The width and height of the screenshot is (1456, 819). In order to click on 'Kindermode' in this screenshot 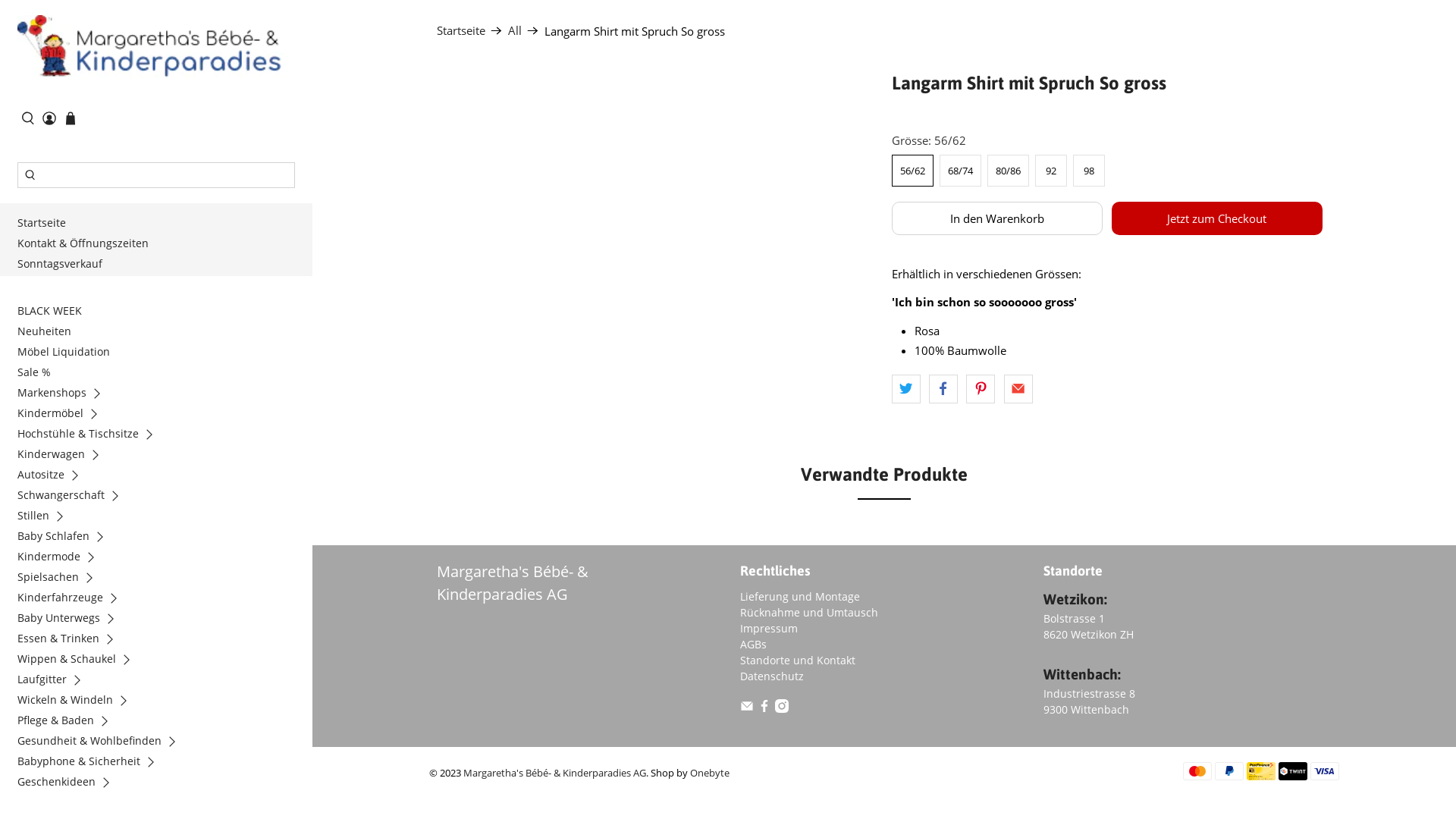, I will do `click(61, 558)`.